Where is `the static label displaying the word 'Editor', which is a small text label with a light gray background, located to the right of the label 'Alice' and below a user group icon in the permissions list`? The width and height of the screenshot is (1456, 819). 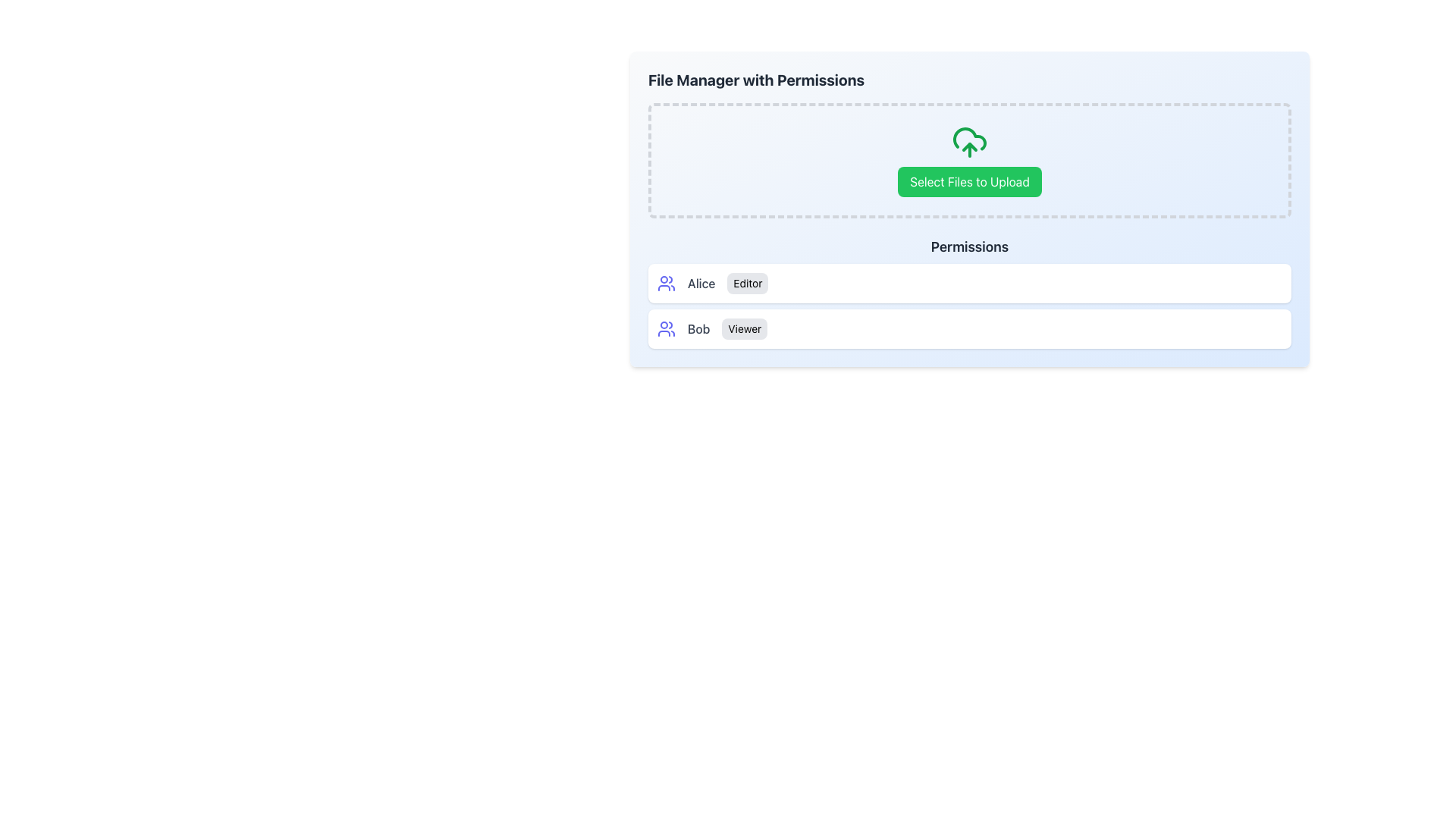 the static label displaying the word 'Editor', which is a small text label with a light gray background, located to the right of the label 'Alice' and below a user group icon in the permissions list is located at coordinates (748, 284).